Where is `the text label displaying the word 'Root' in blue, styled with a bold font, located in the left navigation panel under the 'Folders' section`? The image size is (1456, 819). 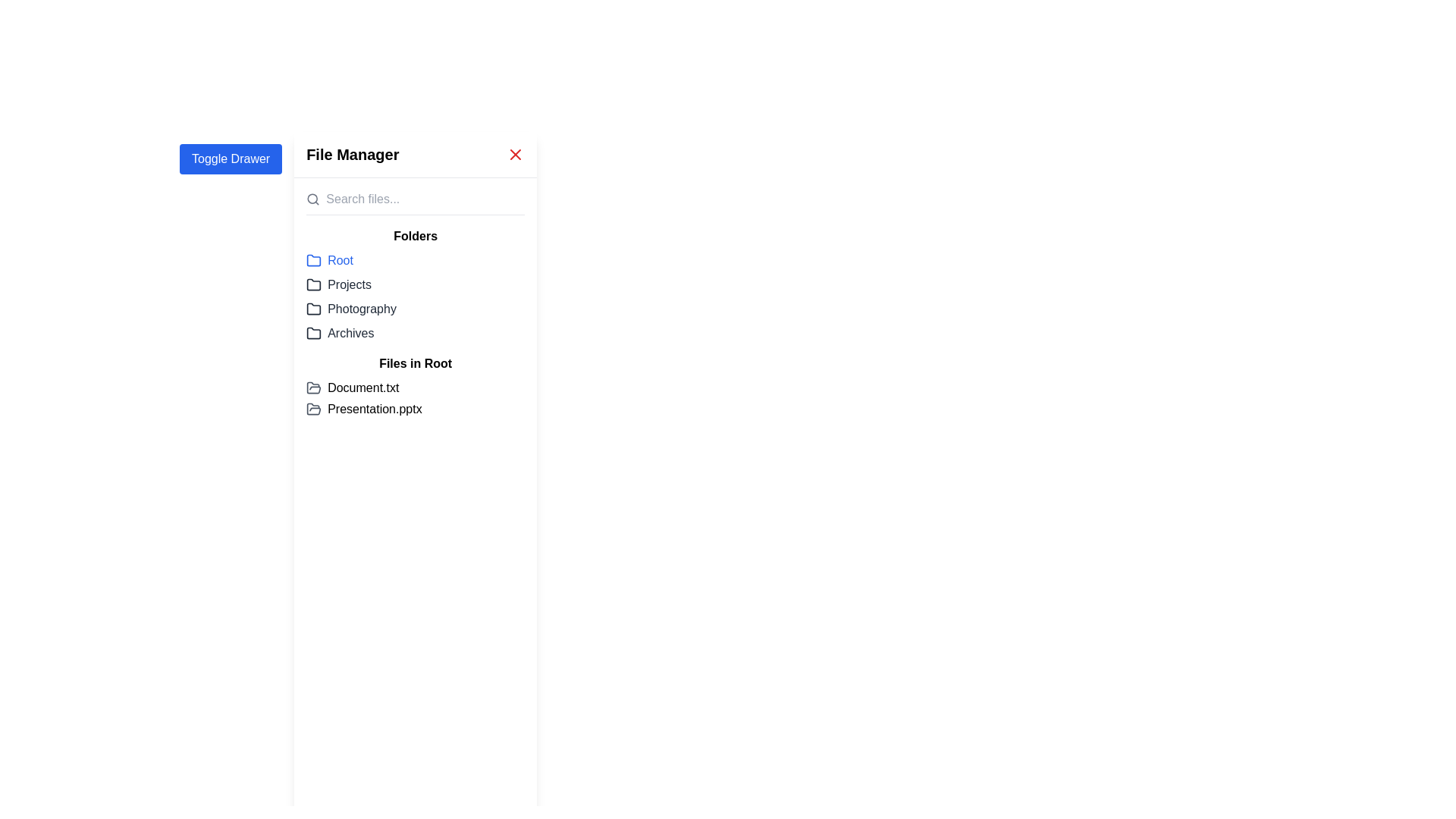
the text label displaying the word 'Root' in blue, styled with a bold font, located in the left navigation panel under the 'Folders' section is located at coordinates (340, 259).